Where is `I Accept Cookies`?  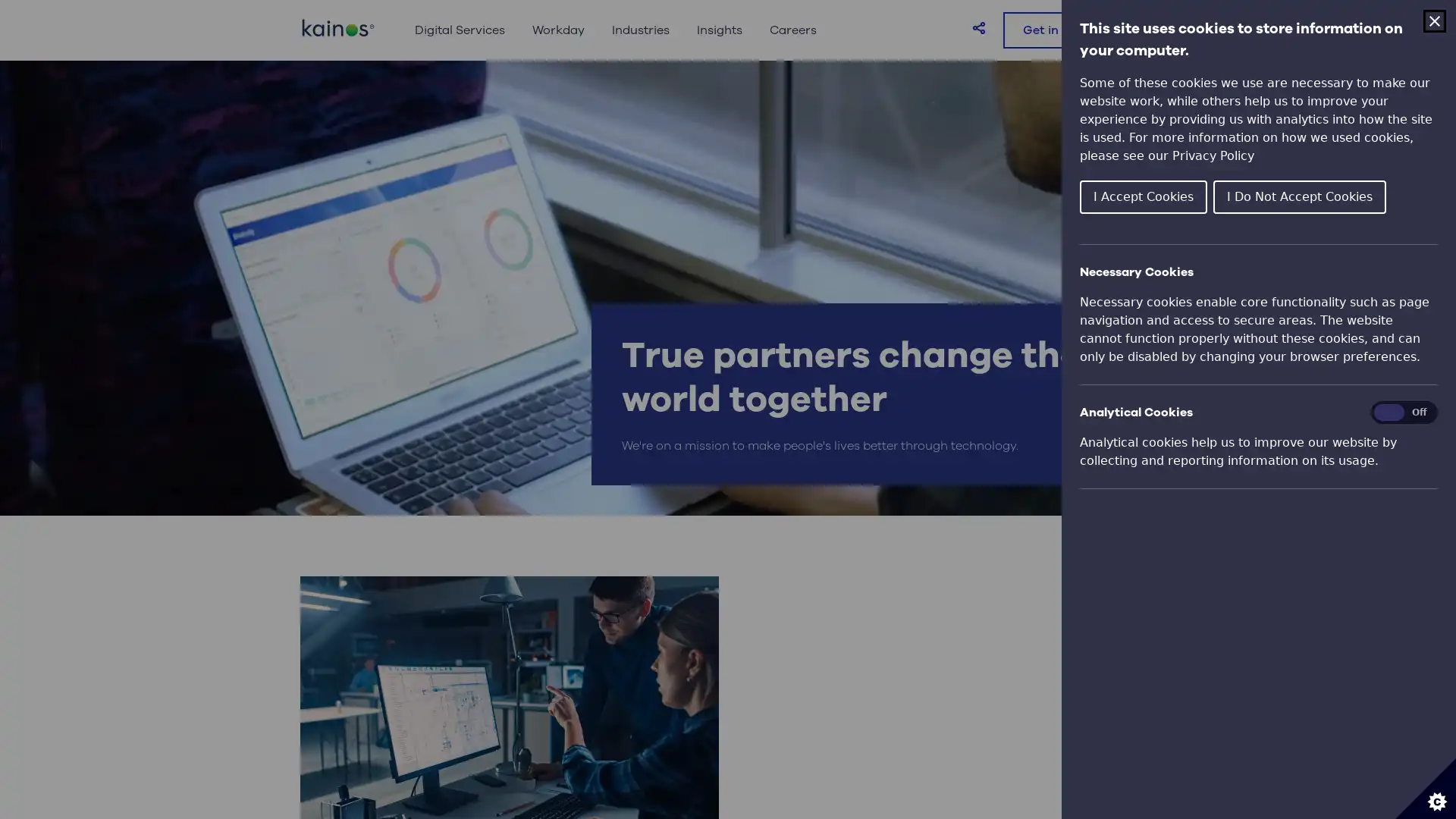 I Accept Cookies is located at coordinates (1143, 195).